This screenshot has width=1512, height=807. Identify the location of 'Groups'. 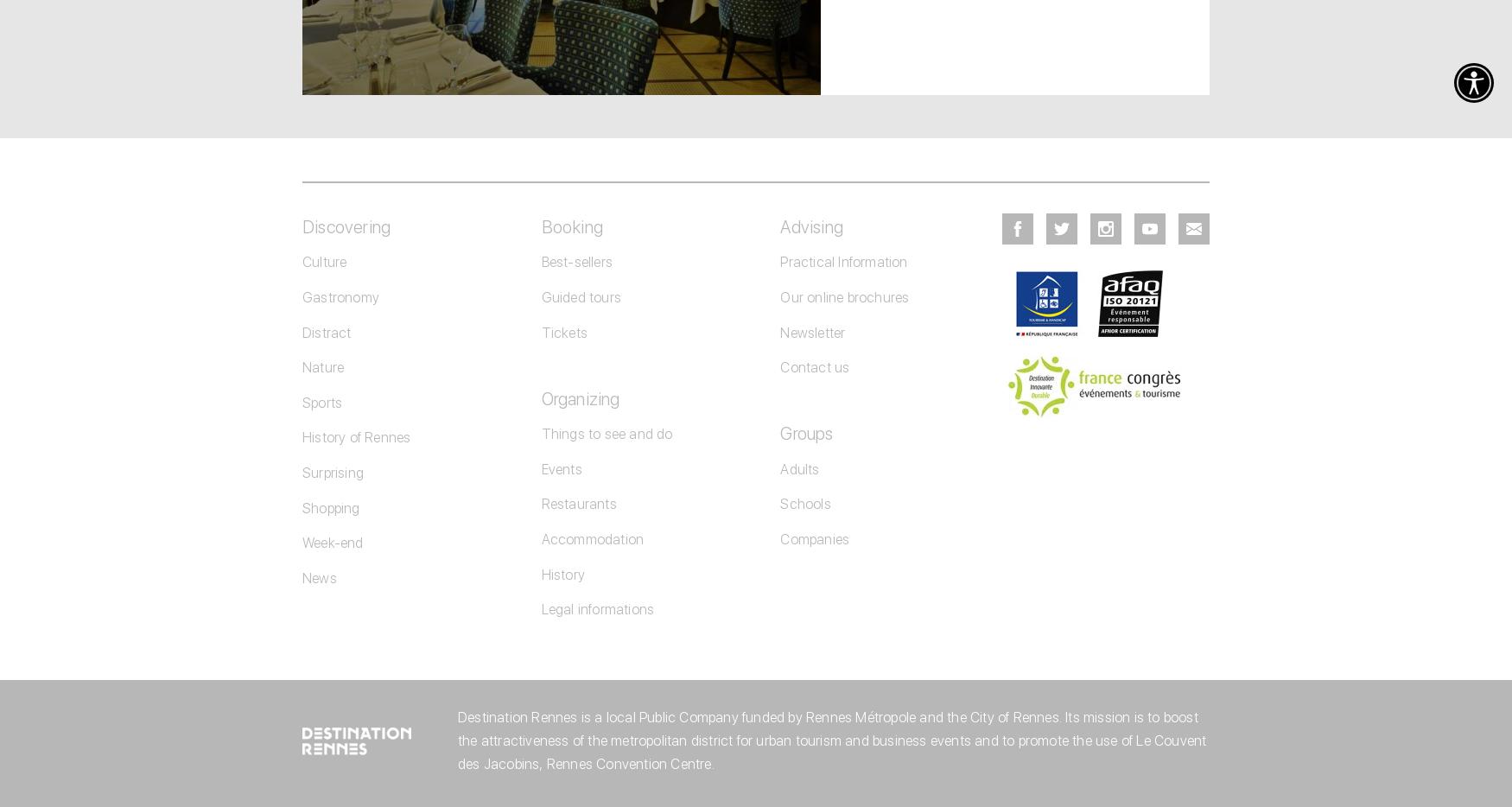
(805, 433).